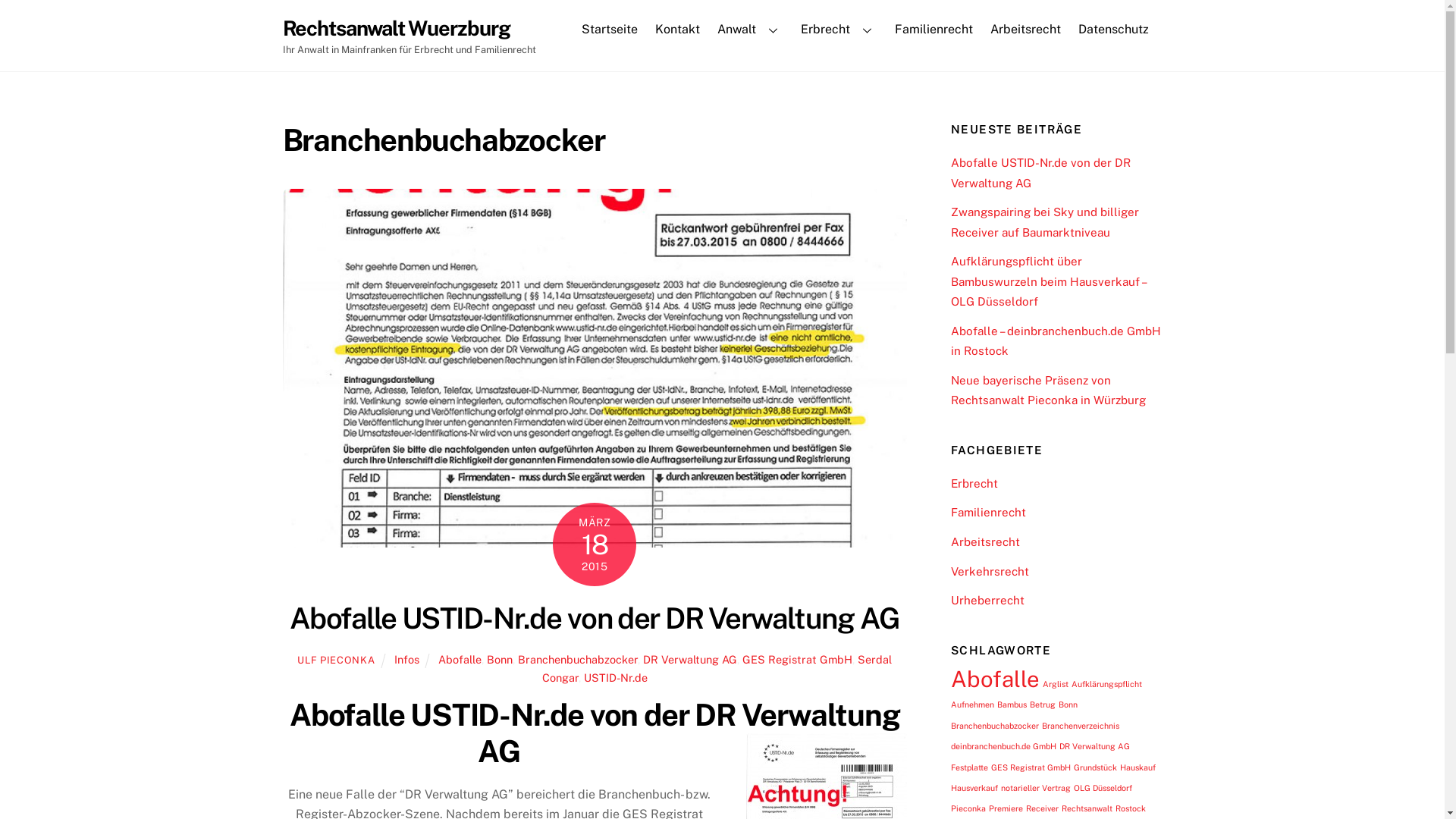 This screenshot has height=819, width=1456. I want to click on 'Rechtsanwalt Wuerzburg', so click(396, 28).